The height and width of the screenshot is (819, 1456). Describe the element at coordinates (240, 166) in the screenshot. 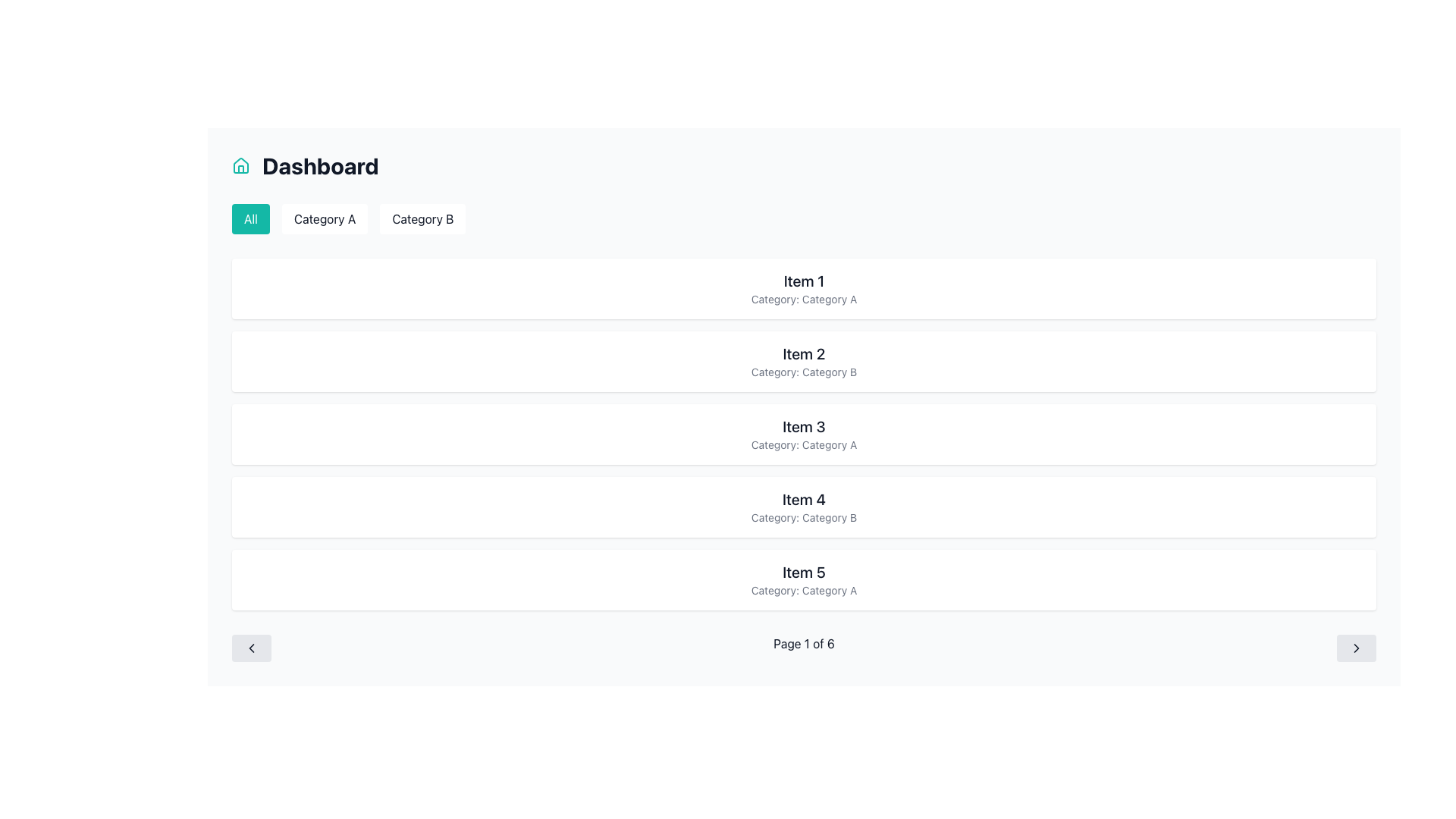

I see `the Dashboard icon located at the top-left corner of the page, which visually indicates the main page` at that location.